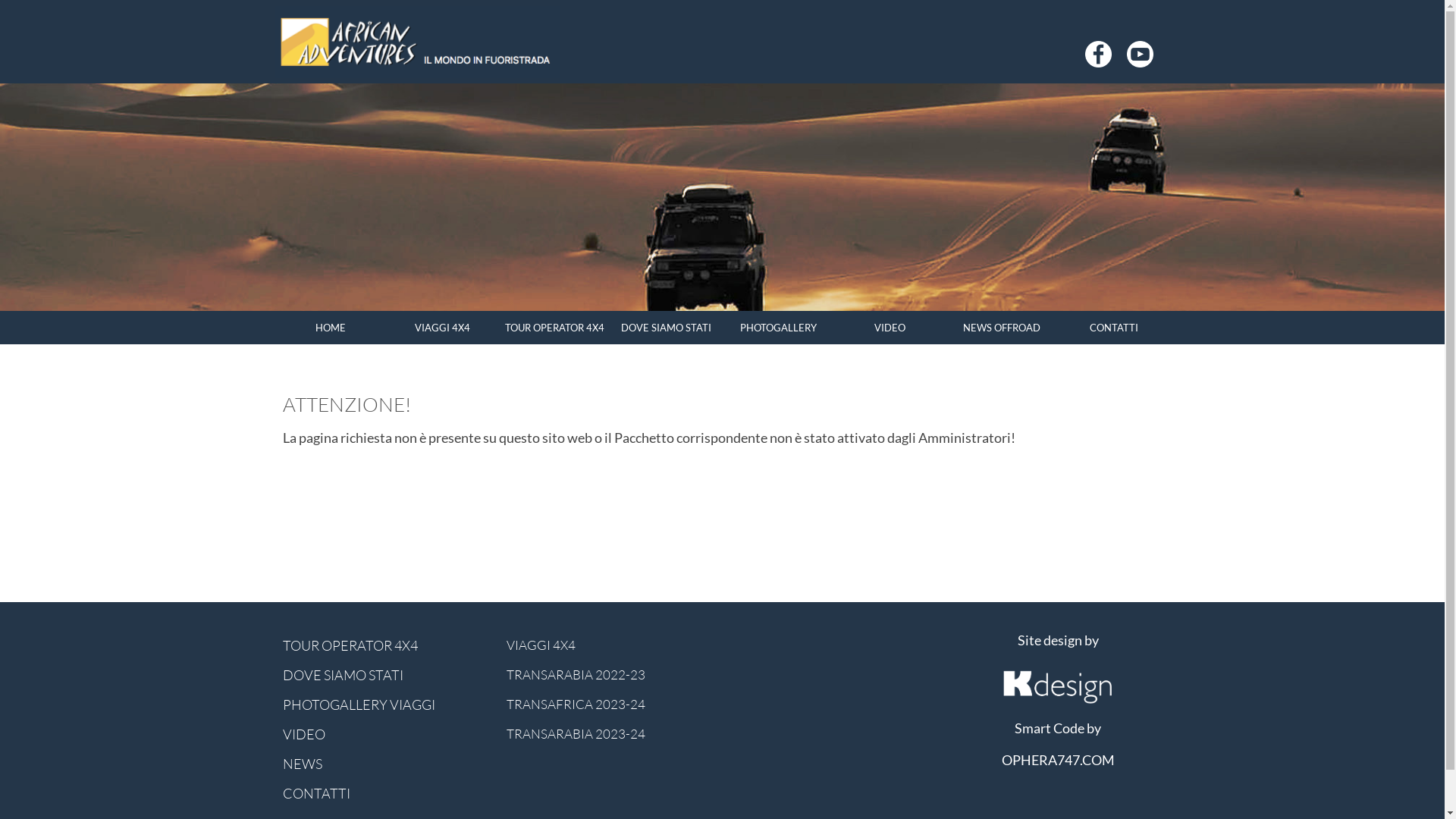 This screenshot has height=819, width=1456. What do you see at coordinates (610, 704) in the screenshot?
I see `'TRANSAFRICA 2023-24'` at bounding box center [610, 704].